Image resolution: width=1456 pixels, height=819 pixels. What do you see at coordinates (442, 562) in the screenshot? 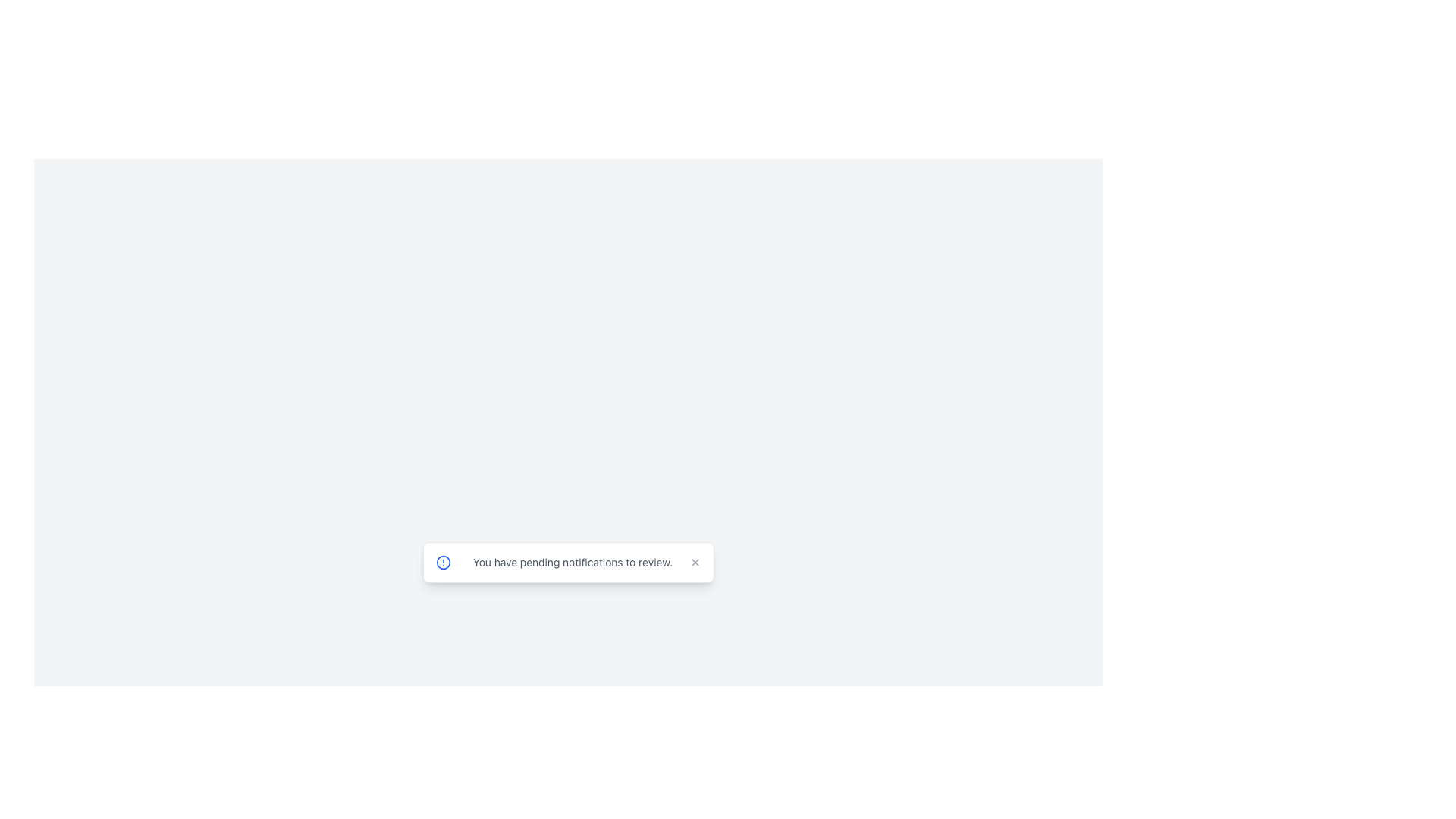
I see `the circular blue outlined icon with a central exclamation mark that indicates alerts, located on the left side of the notification banner` at bounding box center [442, 562].